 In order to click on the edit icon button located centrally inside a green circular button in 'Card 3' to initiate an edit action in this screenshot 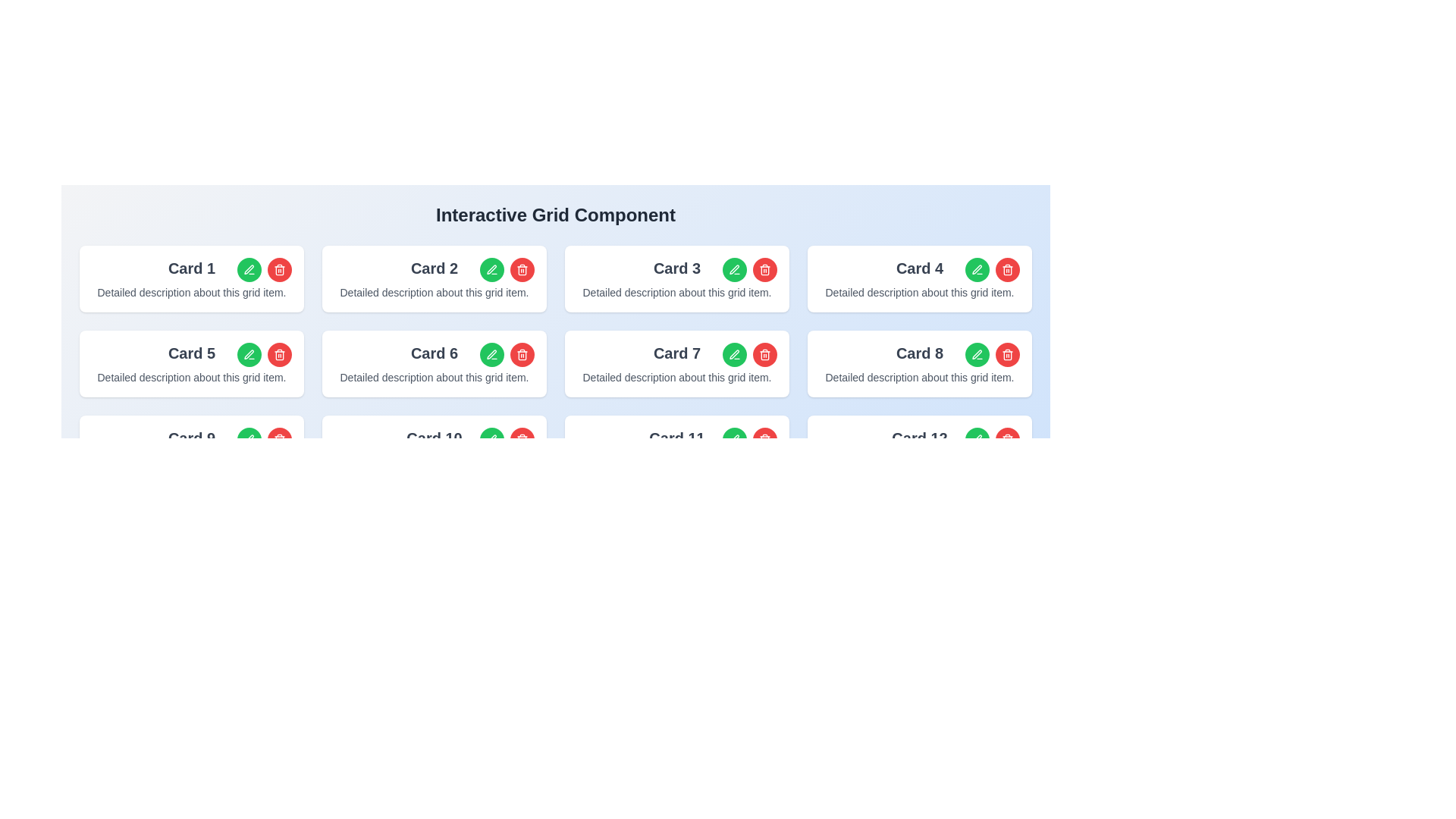, I will do `click(735, 268)`.